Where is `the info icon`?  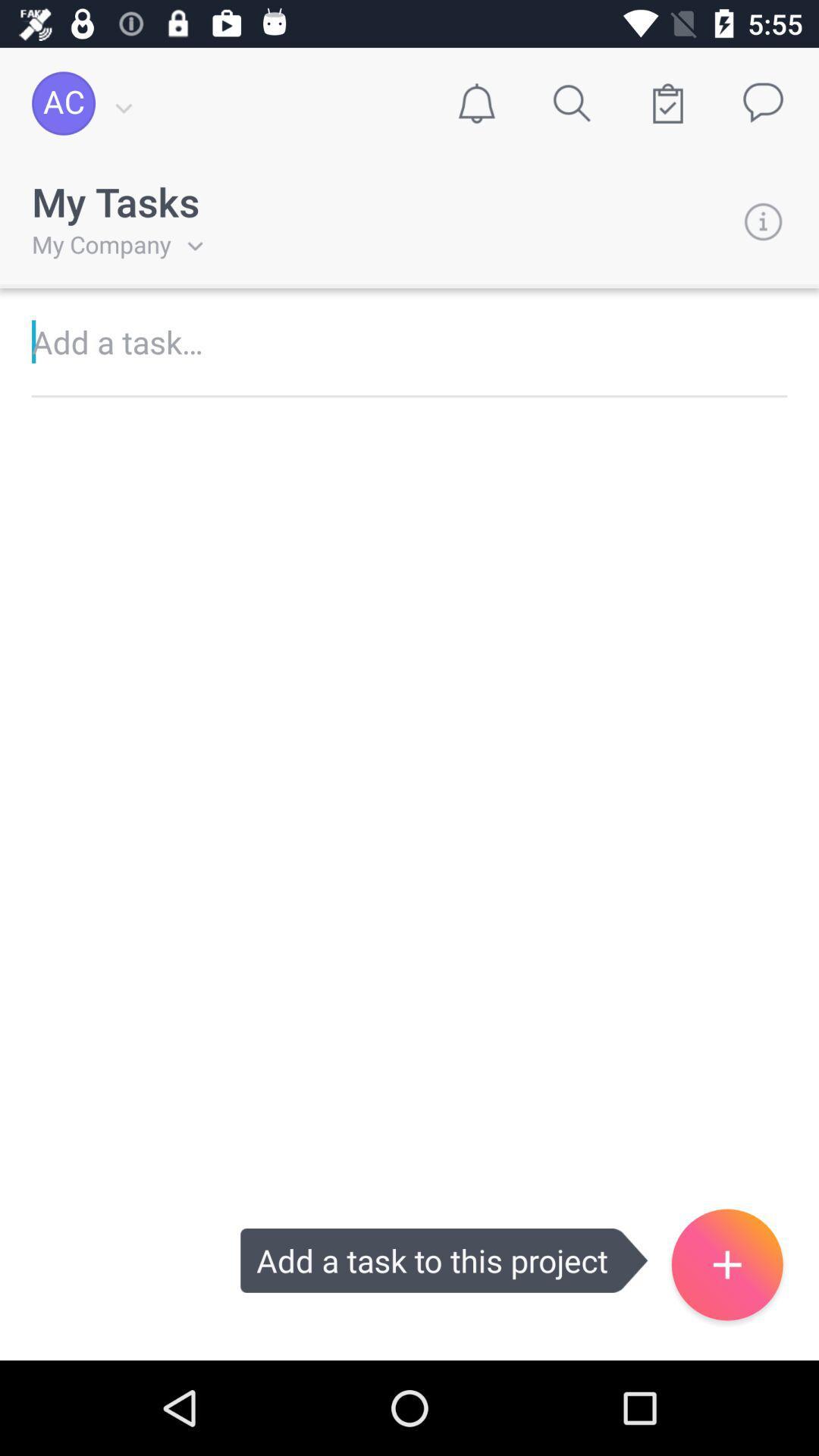 the info icon is located at coordinates (763, 221).